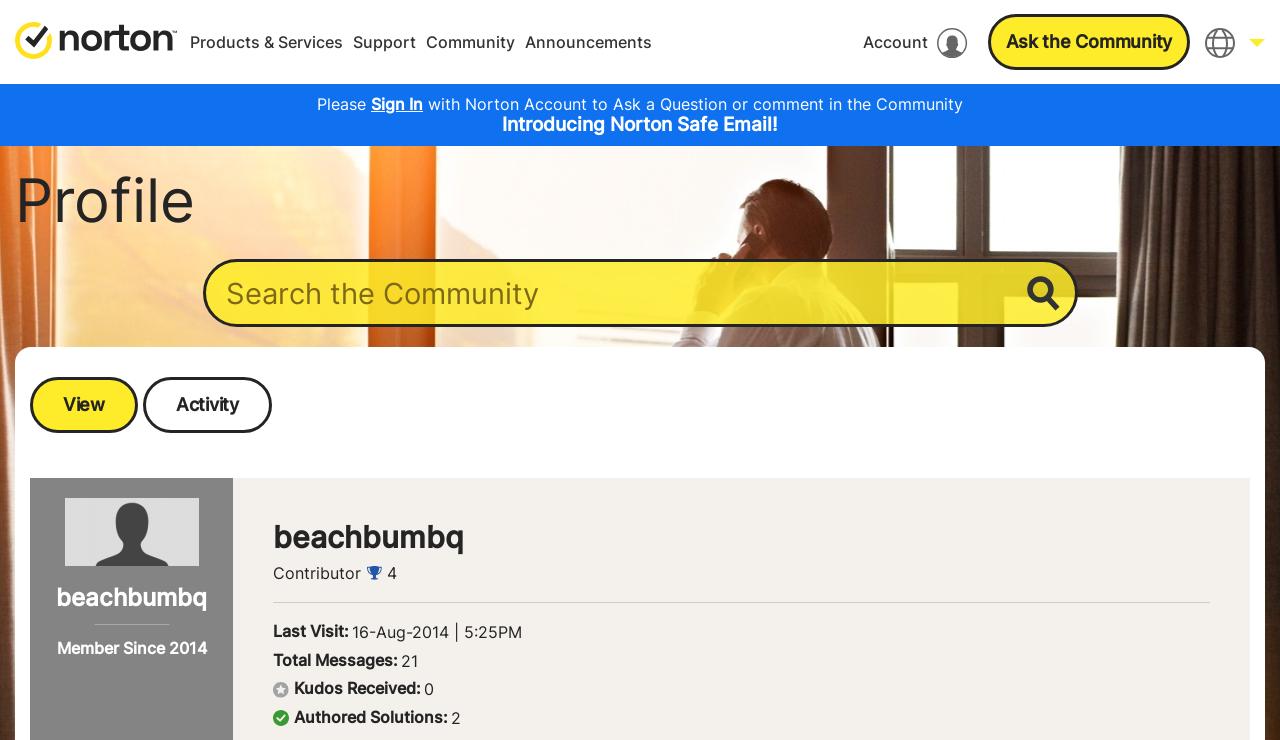 Image resolution: width=1280 pixels, height=740 pixels. I want to click on 'Introducing Norton Safe Email!', so click(640, 123).